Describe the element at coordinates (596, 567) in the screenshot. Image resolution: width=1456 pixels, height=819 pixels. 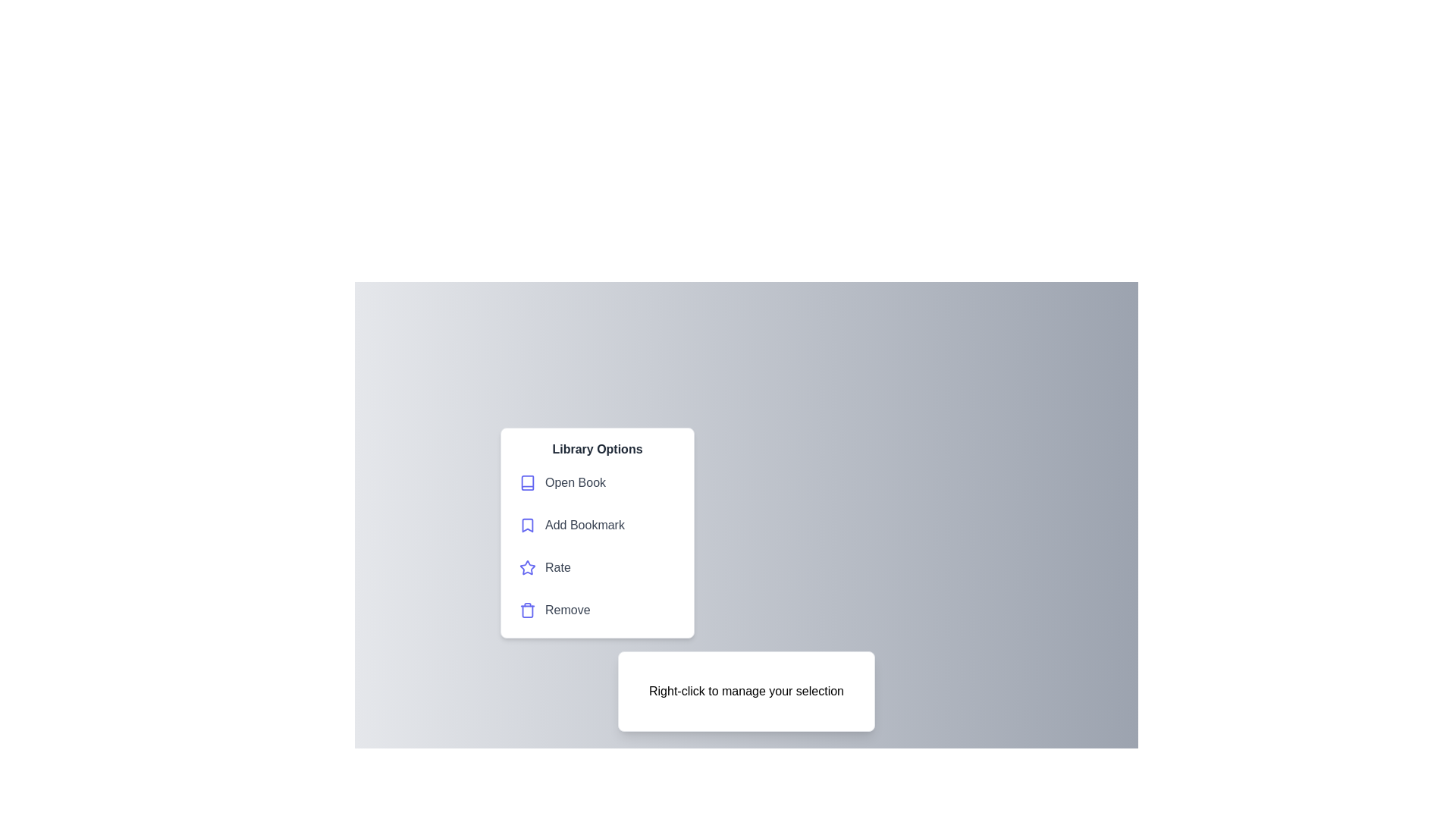
I see `the Rate from the context menu` at that location.